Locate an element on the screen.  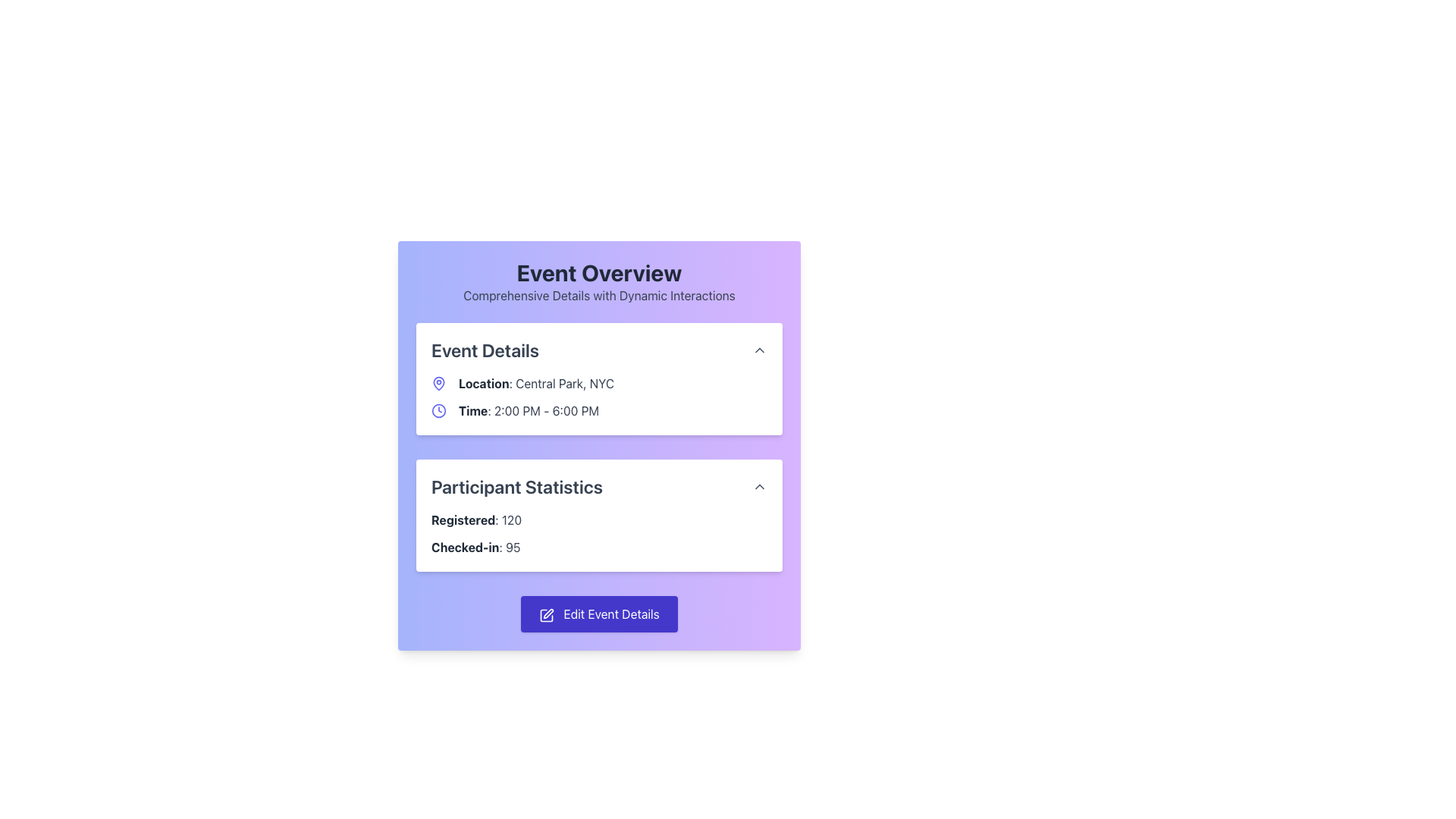
the 'Edit Event Details' button with a blue background and white text located at the bottom center of the 'Event Overview' modal to observe any visual effects such as color change is located at coordinates (598, 614).